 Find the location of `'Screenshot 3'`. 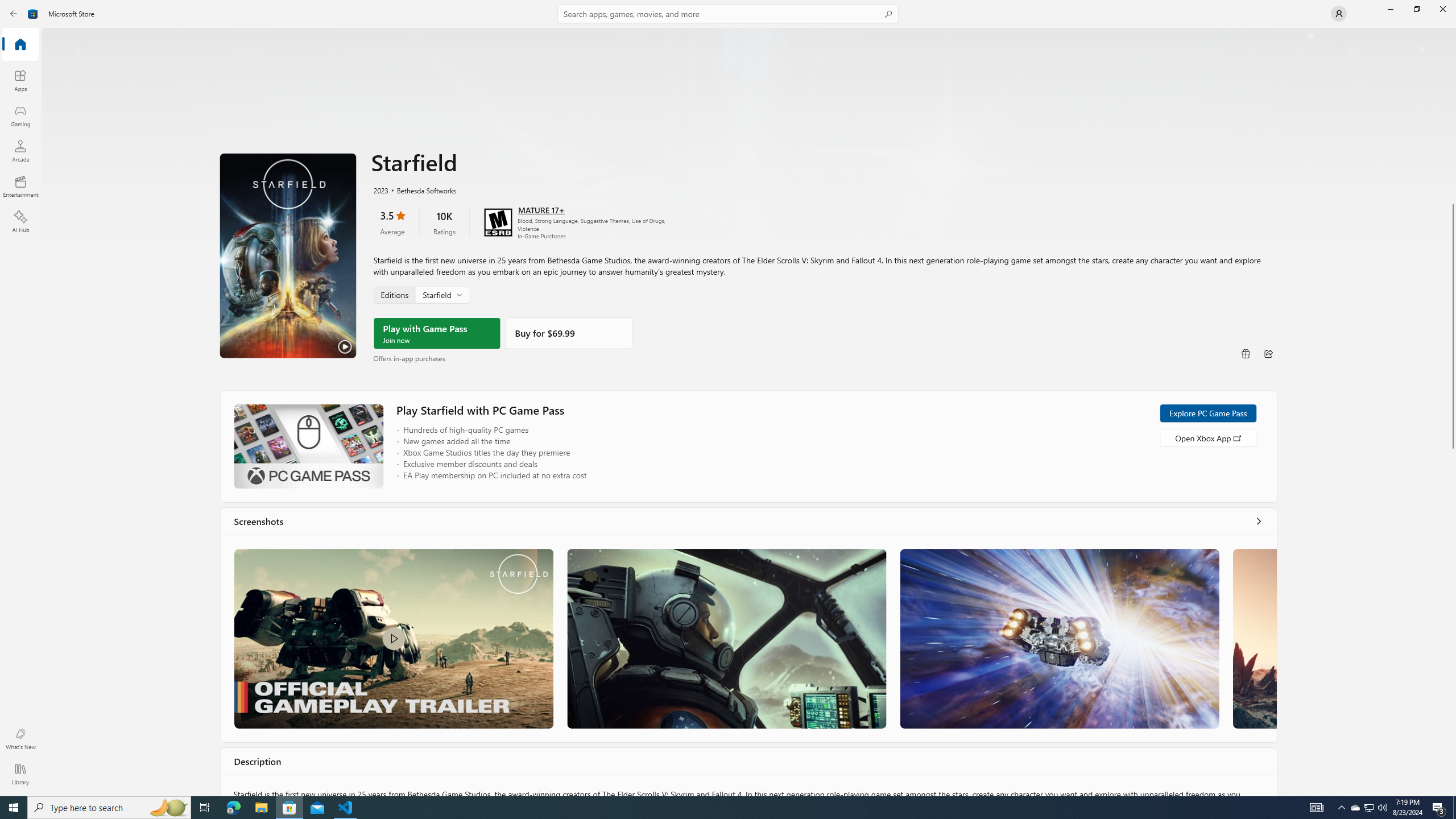

'Screenshot 3' is located at coordinates (1059, 638).